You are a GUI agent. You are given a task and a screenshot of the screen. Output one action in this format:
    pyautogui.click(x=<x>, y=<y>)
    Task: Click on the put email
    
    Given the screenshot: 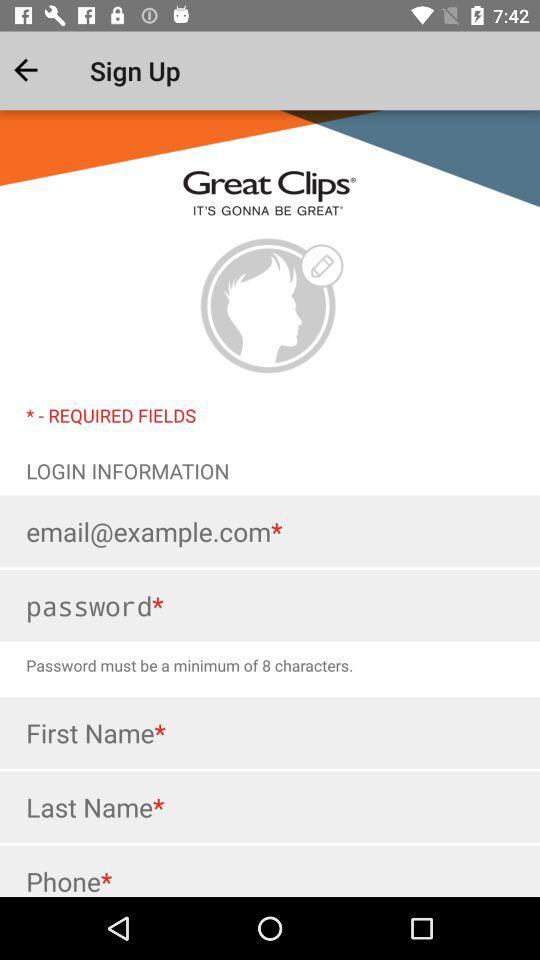 What is the action you would take?
    pyautogui.click(x=270, y=530)
    